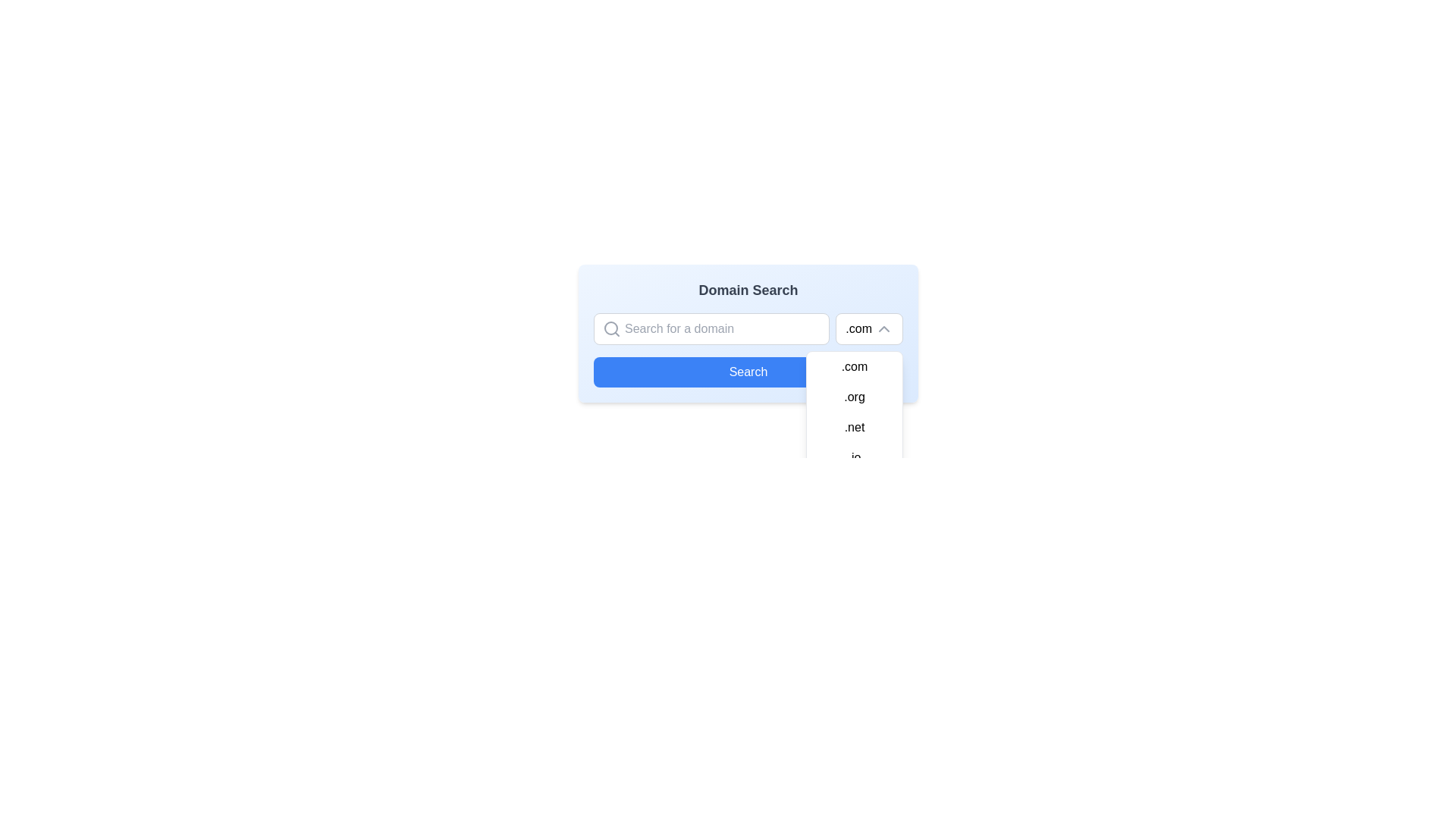 Image resolution: width=1456 pixels, height=819 pixels. Describe the element at coordinates (611, 328) in the screenshot. I see `the magnifying glass icon representing the search functionality, which is located to the left of the text input box with the placeholder 'Search for a domain'` at that location.